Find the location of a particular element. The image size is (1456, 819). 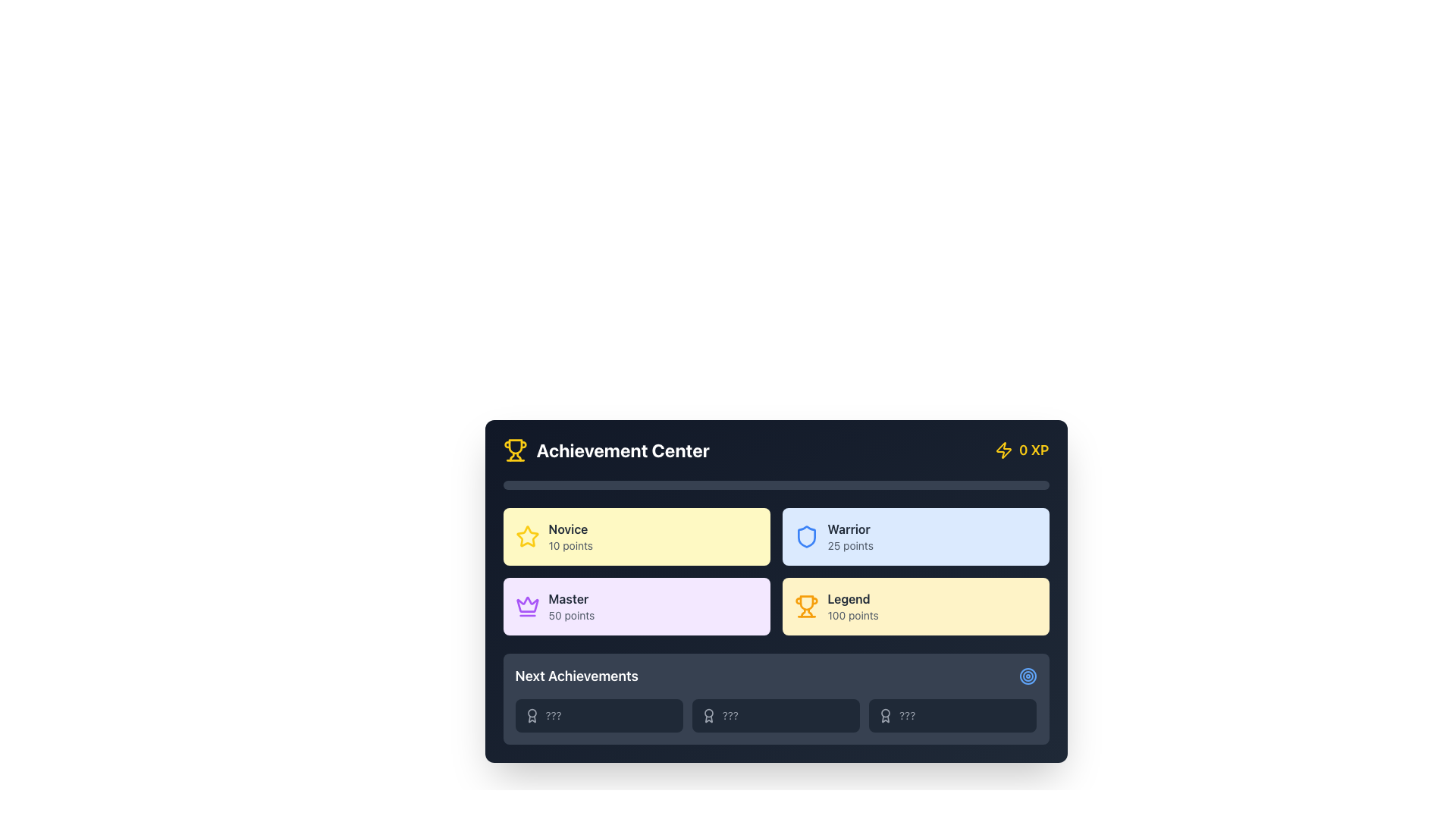

the circular decorative component of the award icon, which symbolizes the central medal or ribbon of the award, located centrally within the award icon is located at coordinates (532, 713).